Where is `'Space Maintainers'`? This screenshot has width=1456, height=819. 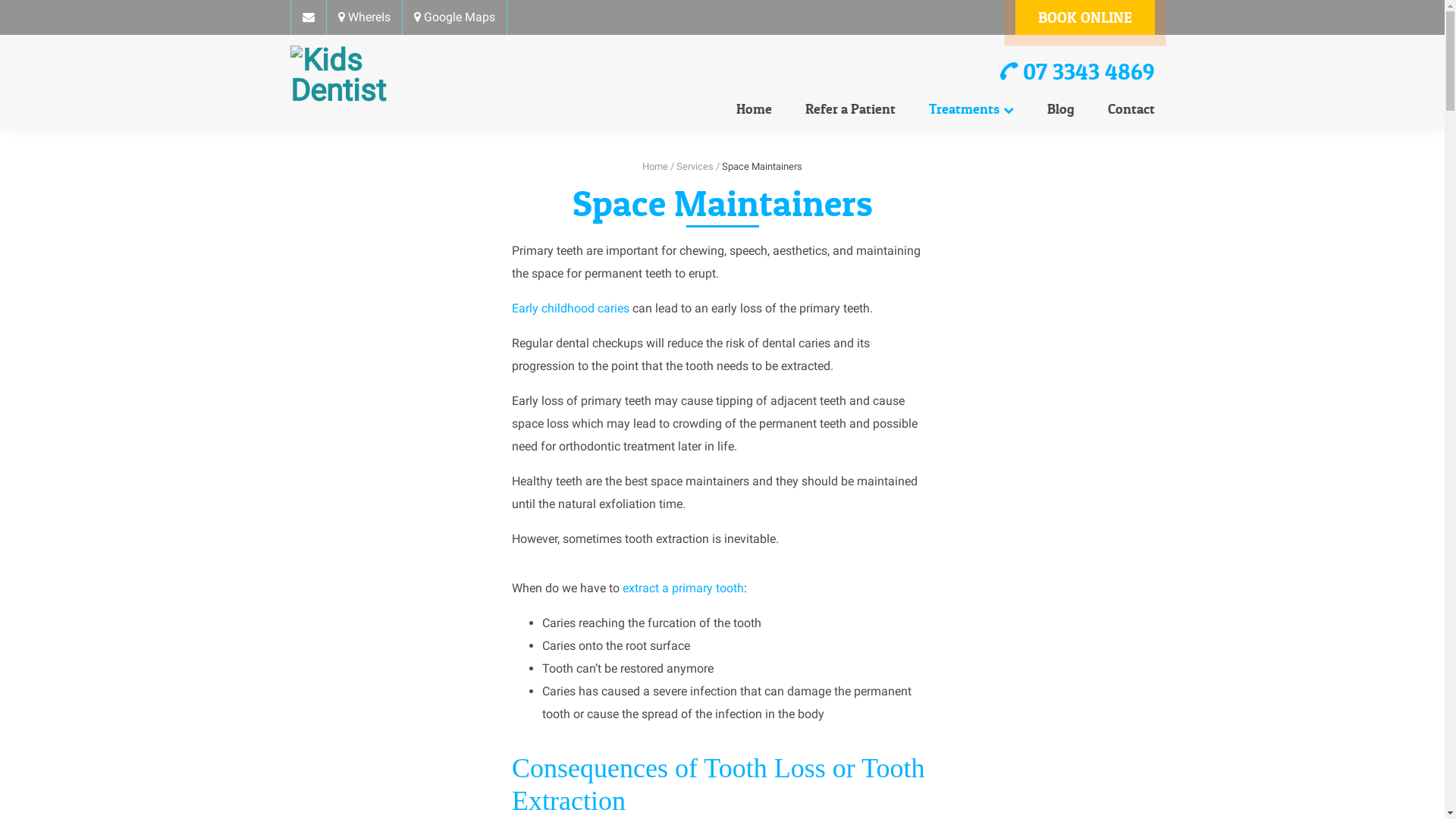 'Space Maintainers' is located at coordinates (761, 166).